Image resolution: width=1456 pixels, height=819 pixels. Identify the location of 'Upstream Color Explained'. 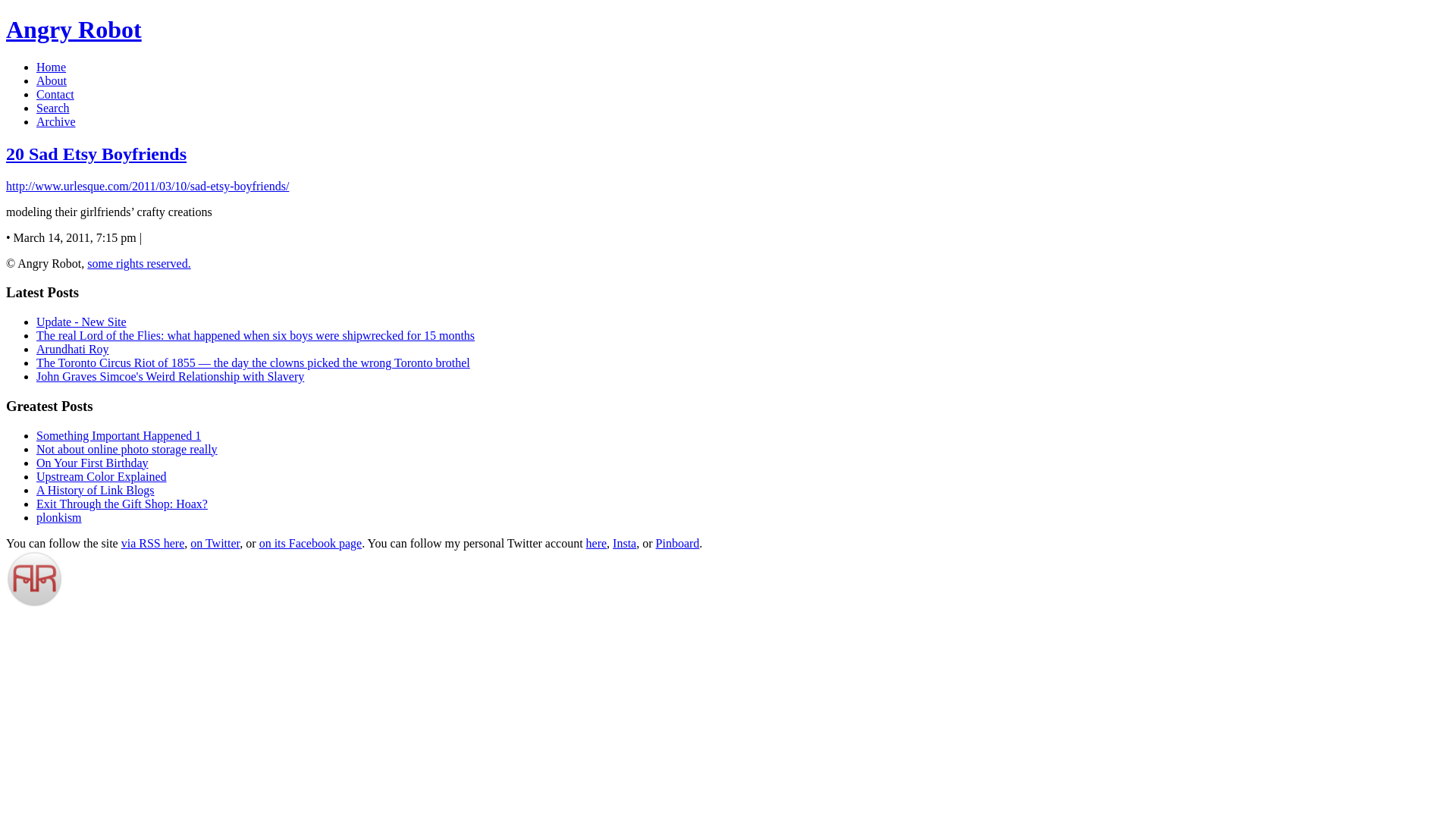
(101, 475).